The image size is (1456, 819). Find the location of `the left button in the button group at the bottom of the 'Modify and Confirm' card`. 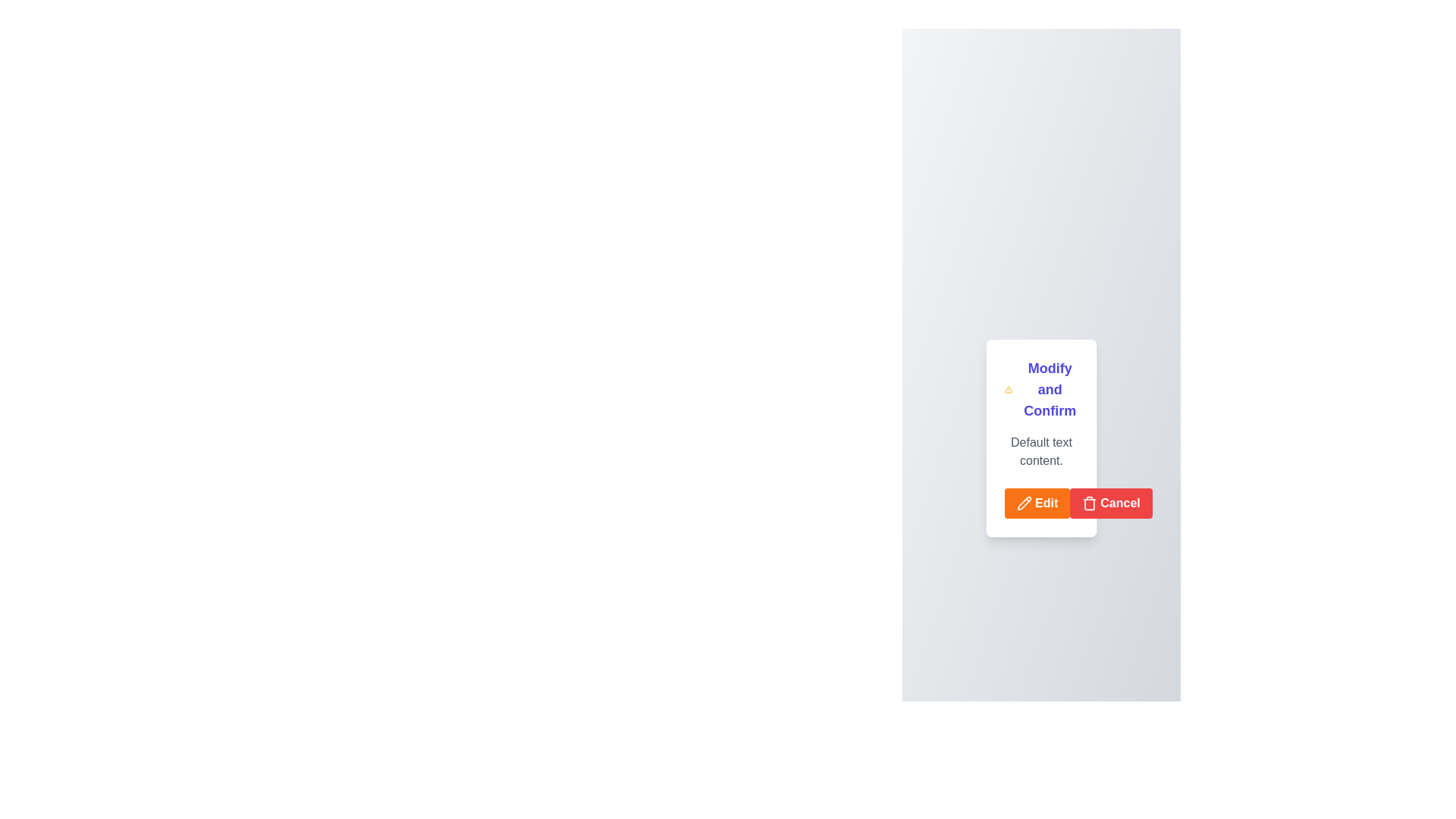

the left button in the button group at the bottom of the 'Modify and Confirm' card is located at coordinates (1040, 503).